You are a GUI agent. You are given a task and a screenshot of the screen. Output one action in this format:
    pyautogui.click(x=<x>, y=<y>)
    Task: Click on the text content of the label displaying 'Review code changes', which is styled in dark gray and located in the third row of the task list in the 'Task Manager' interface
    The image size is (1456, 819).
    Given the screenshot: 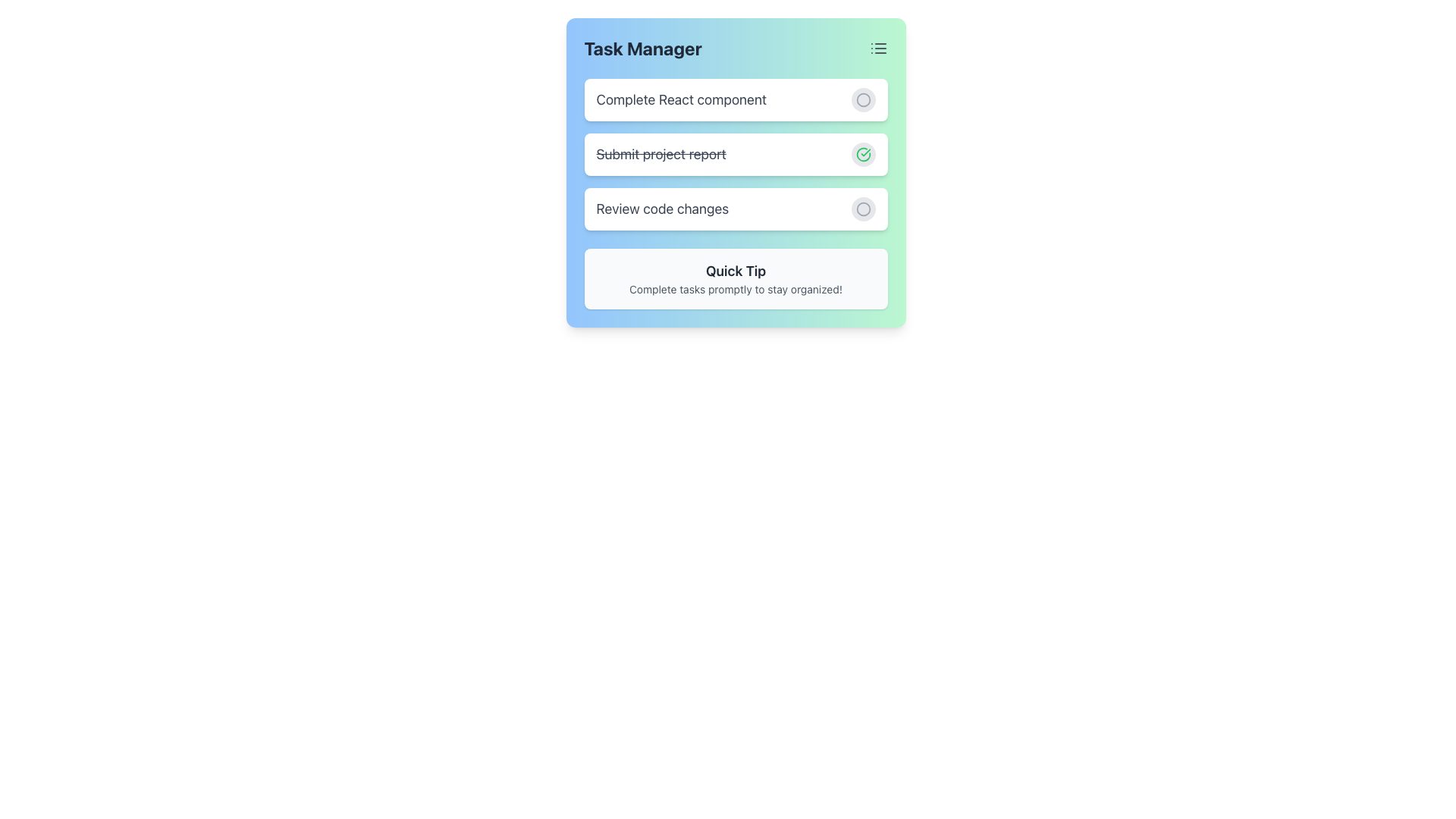 What is the action you would take?
    pyautogui.click(x=662, y=209)
    